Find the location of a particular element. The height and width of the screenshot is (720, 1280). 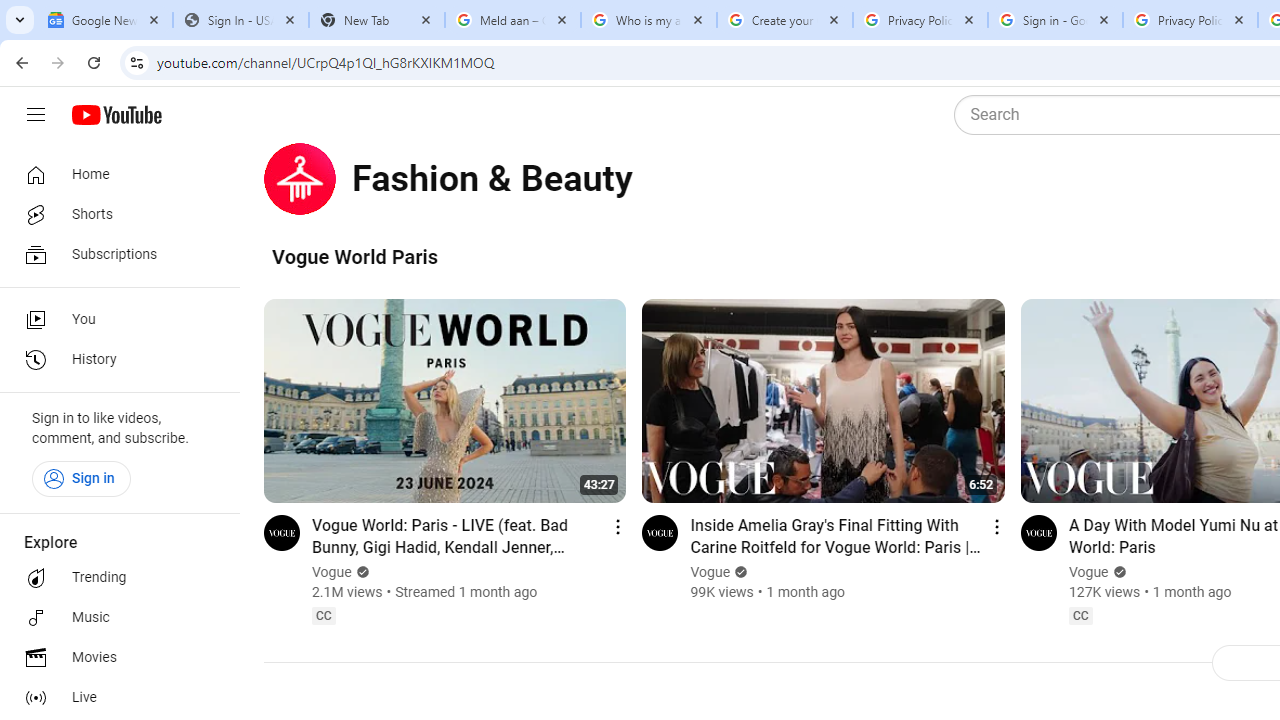

'Live' is located at coordinates (112, 697).